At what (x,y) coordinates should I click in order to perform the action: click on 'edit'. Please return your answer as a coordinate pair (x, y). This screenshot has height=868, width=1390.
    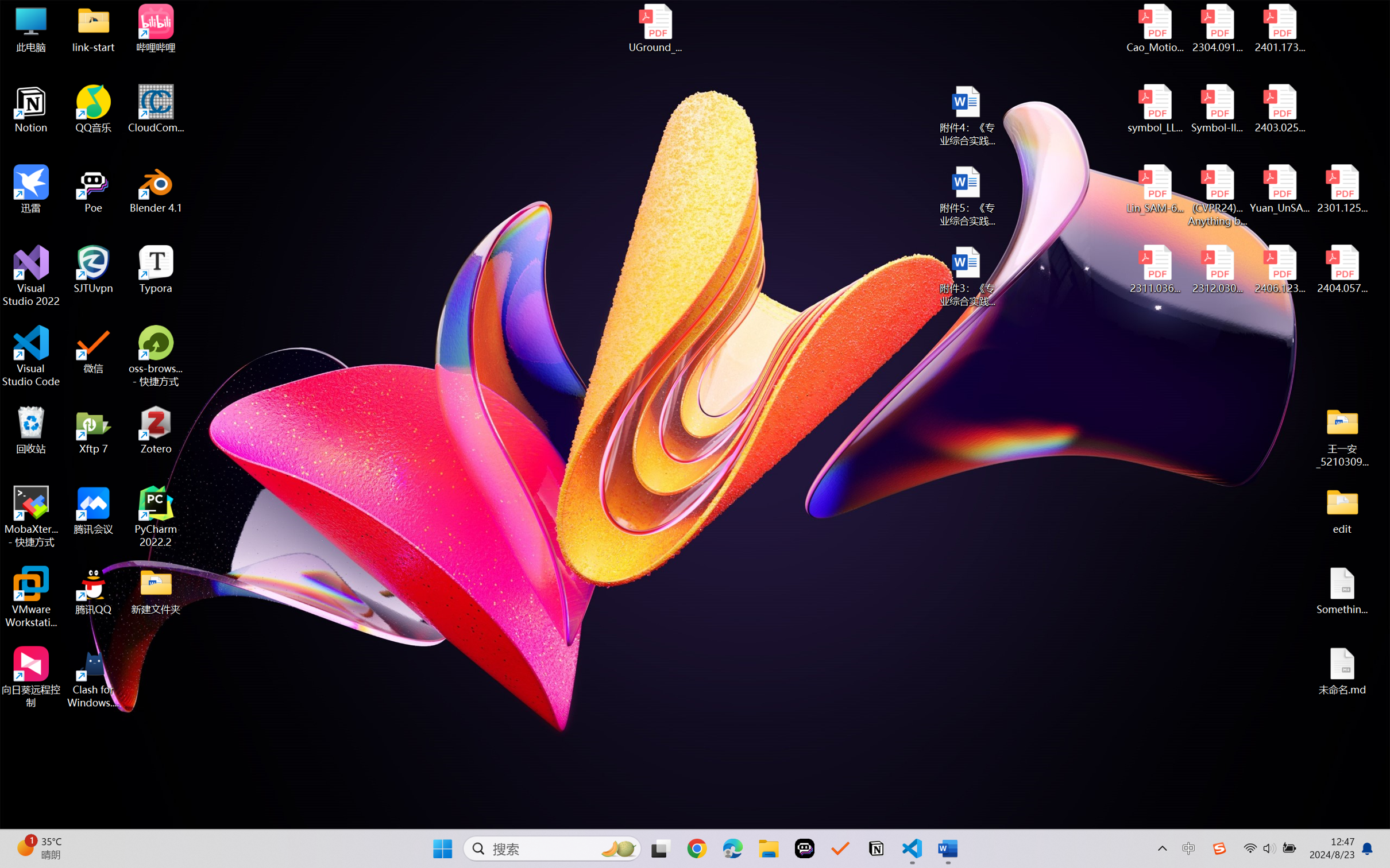
    Looking at the image, I should click on (1341, 509).